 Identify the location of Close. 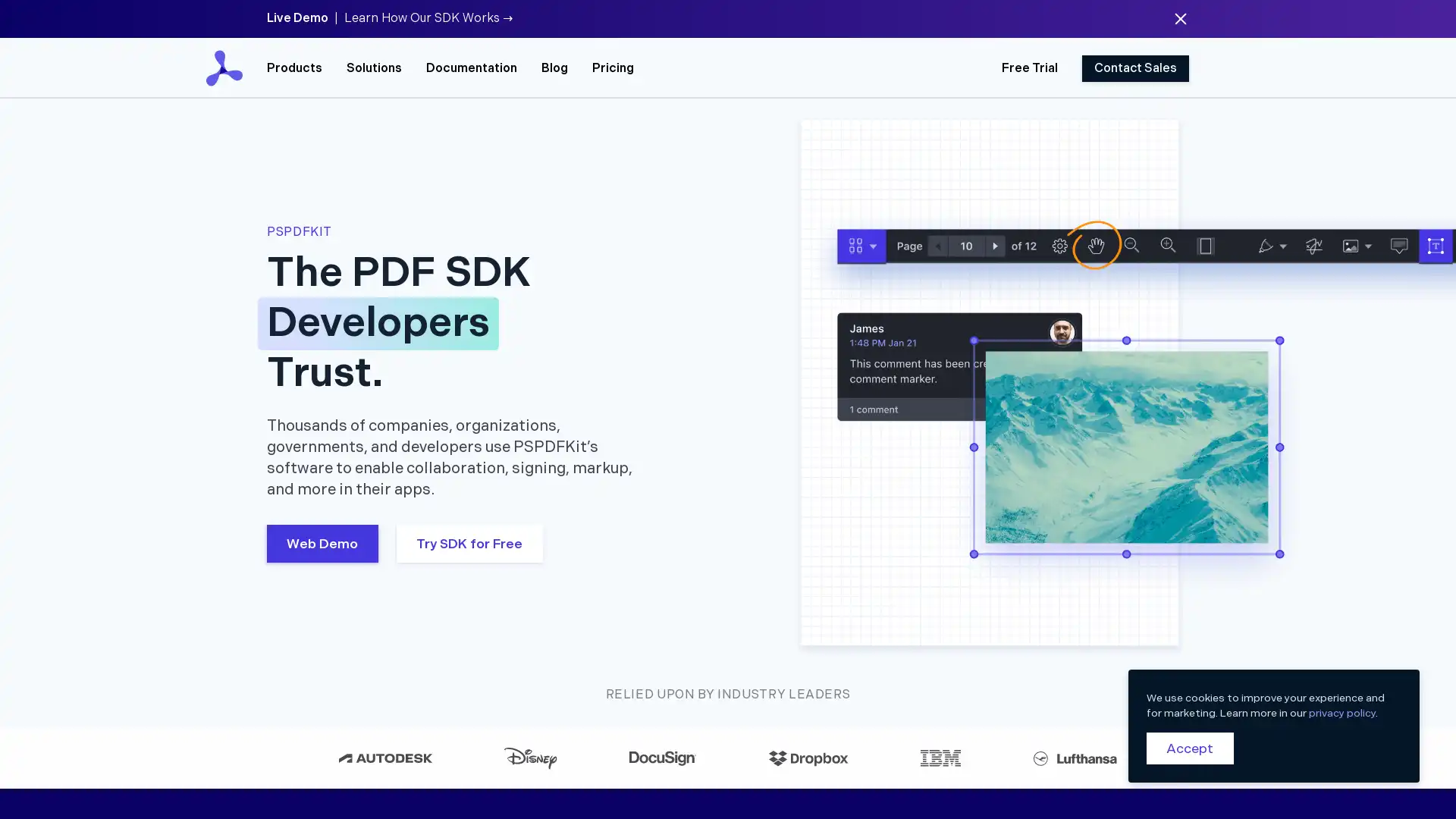
(1175, 73).